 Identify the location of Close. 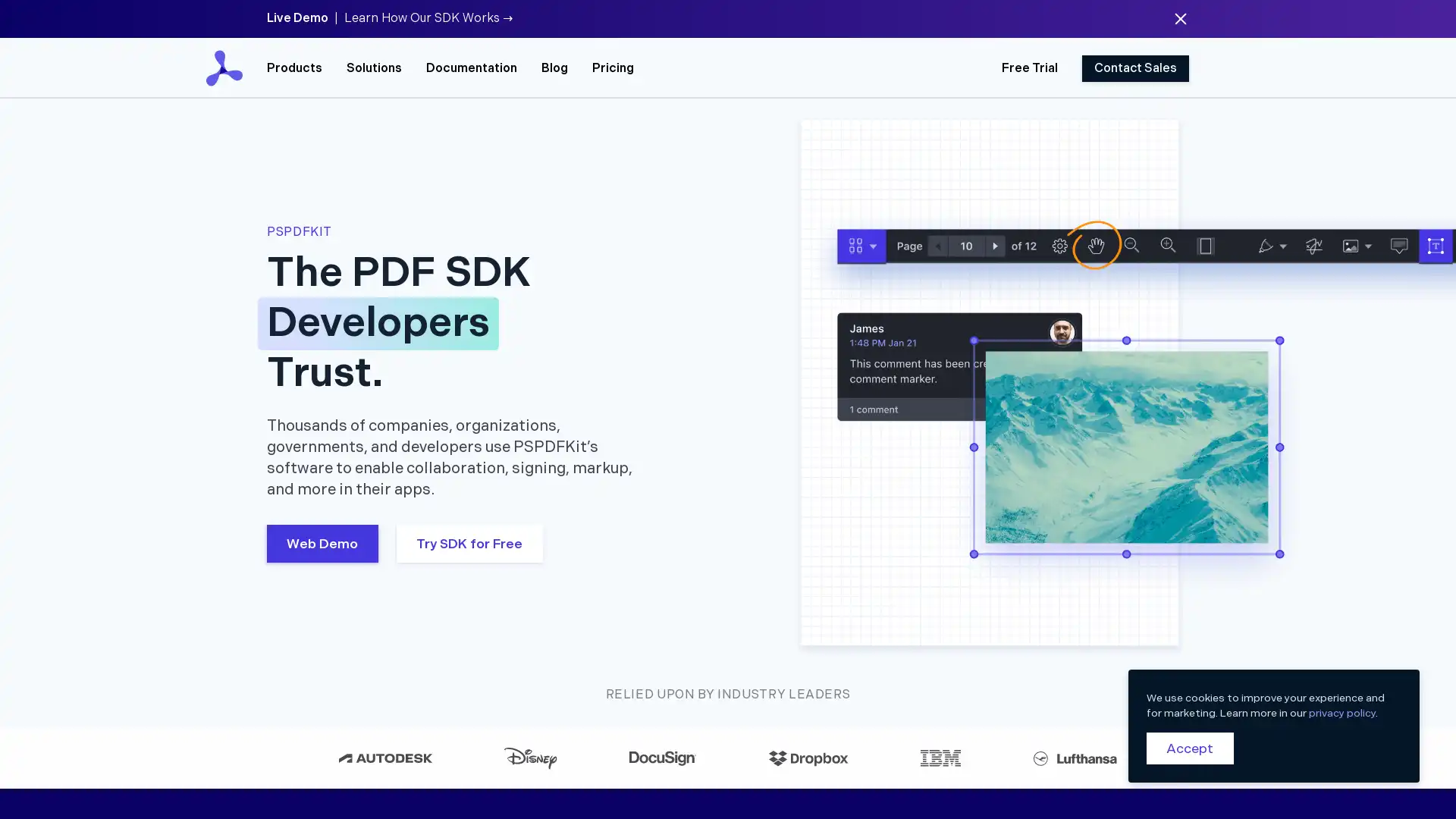
(1175, 73).